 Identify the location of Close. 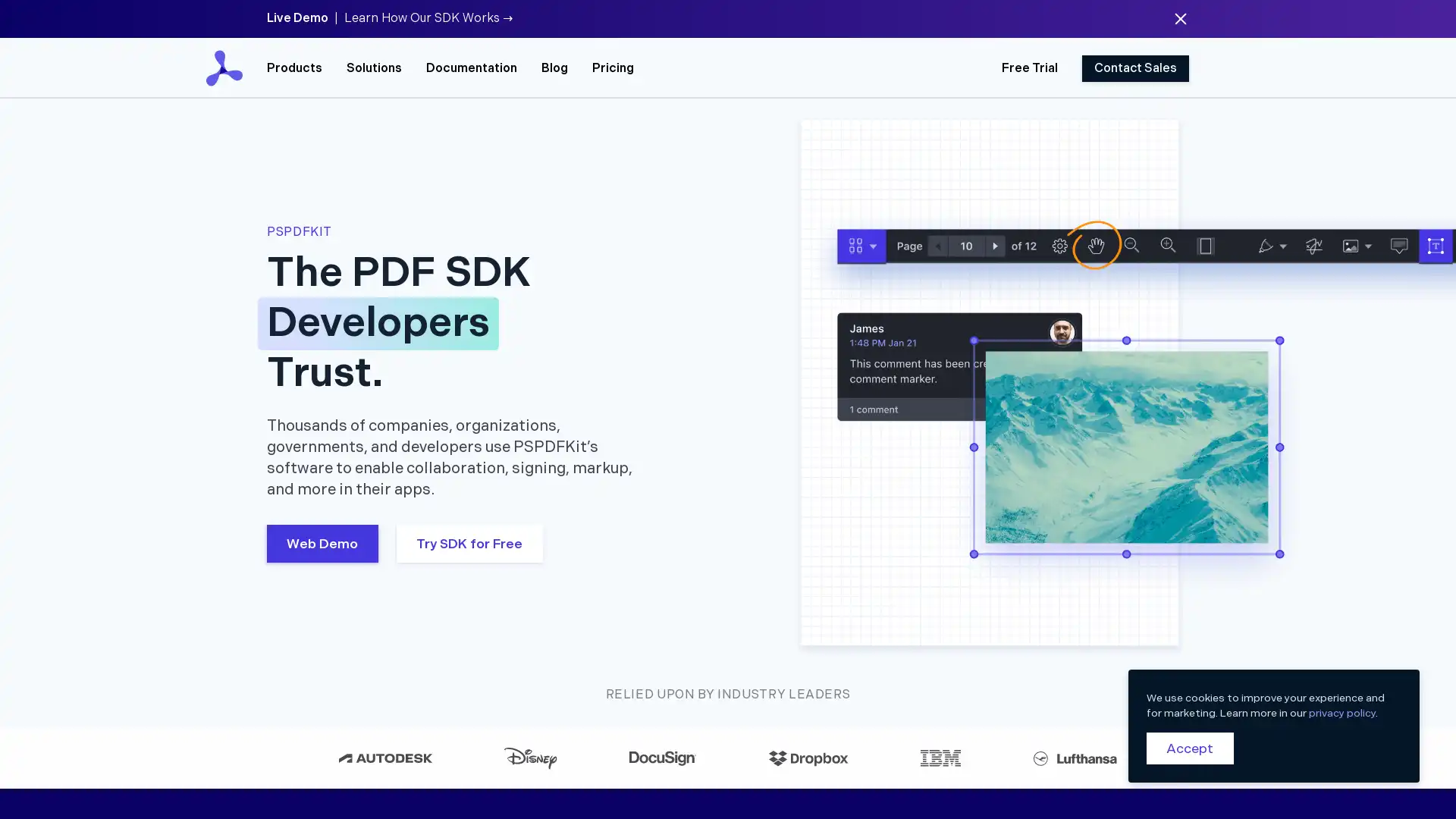
(1175, 73).